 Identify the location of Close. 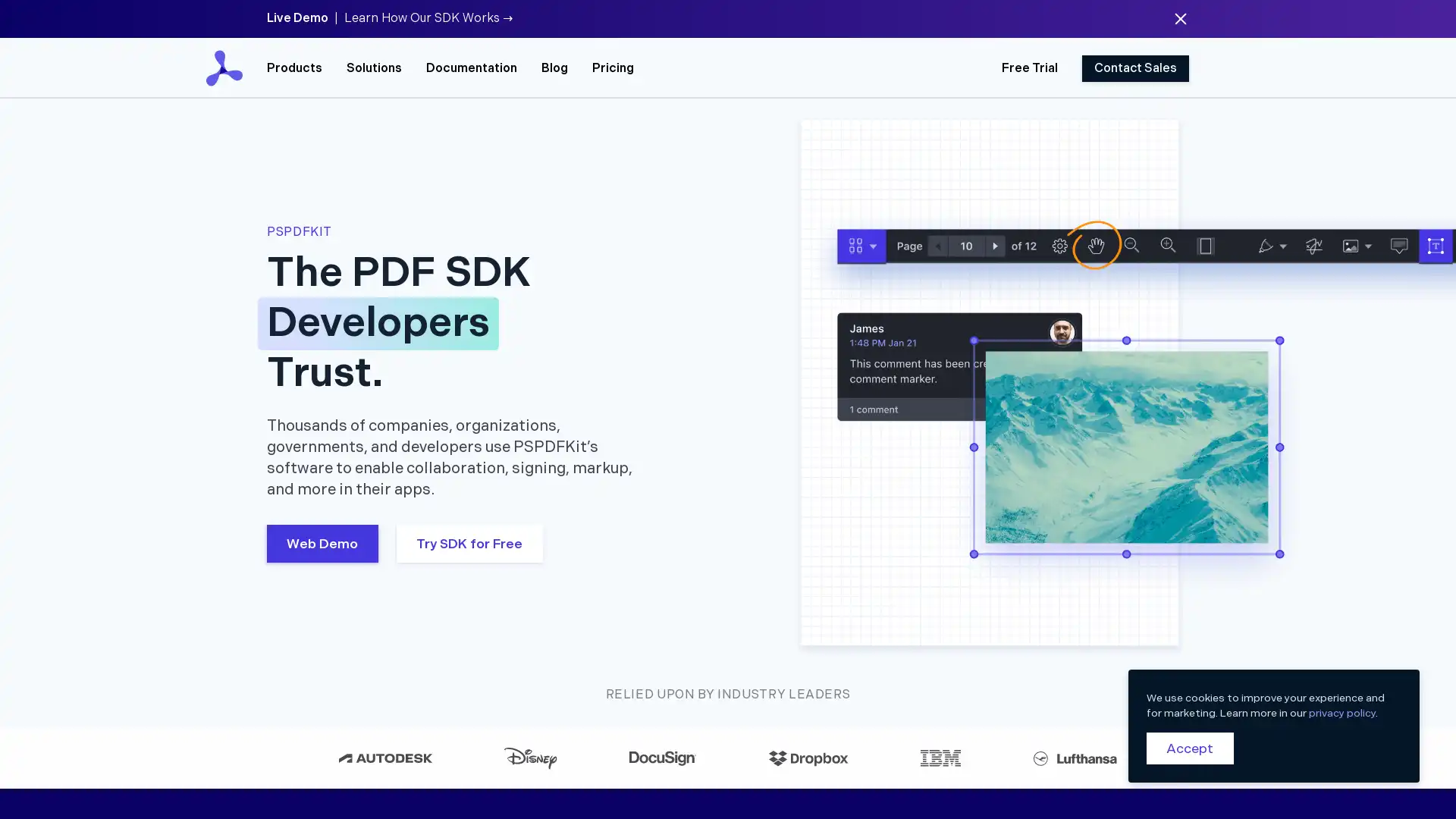
(1175, 73).